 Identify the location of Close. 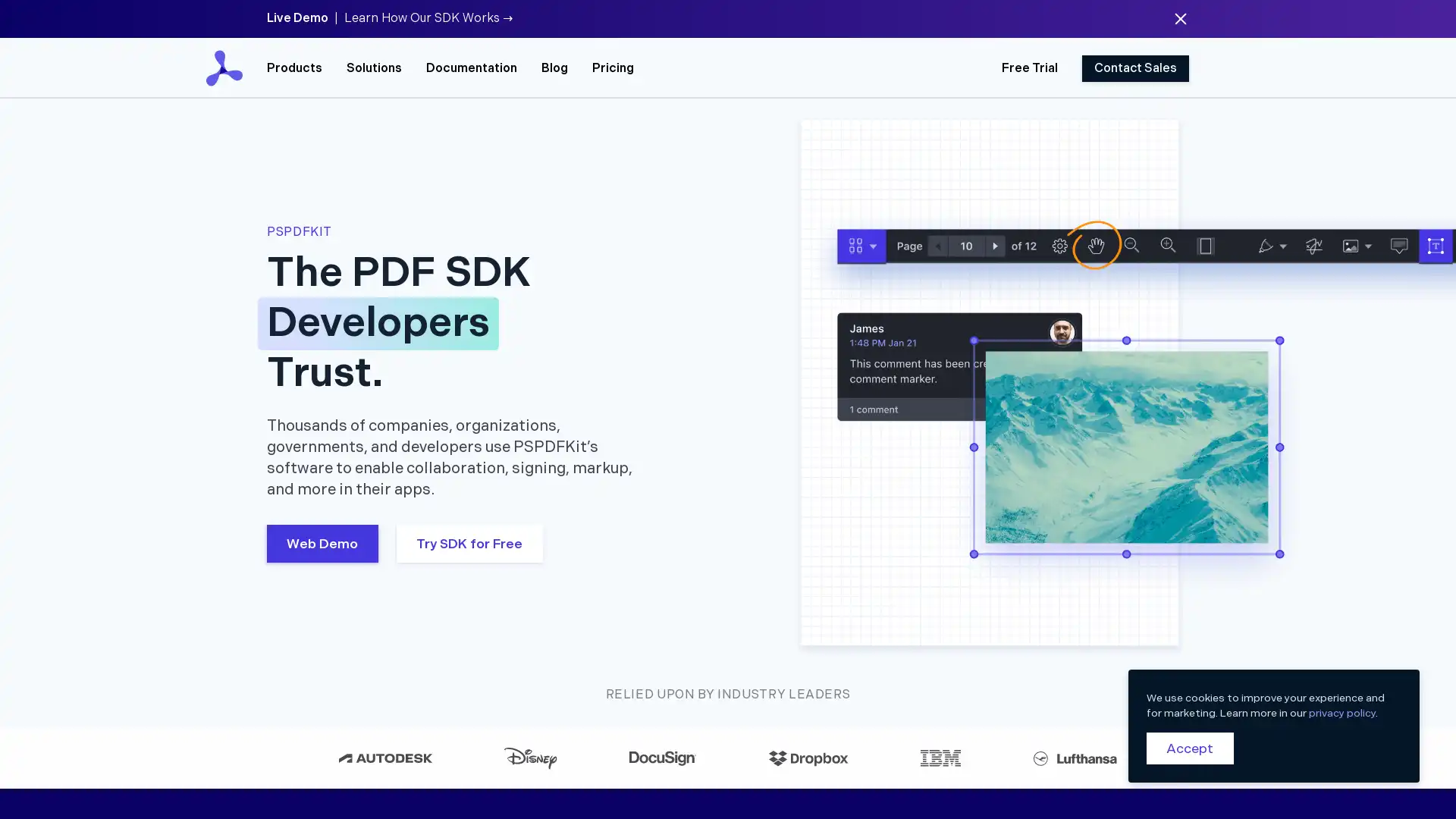
(1175, 73).